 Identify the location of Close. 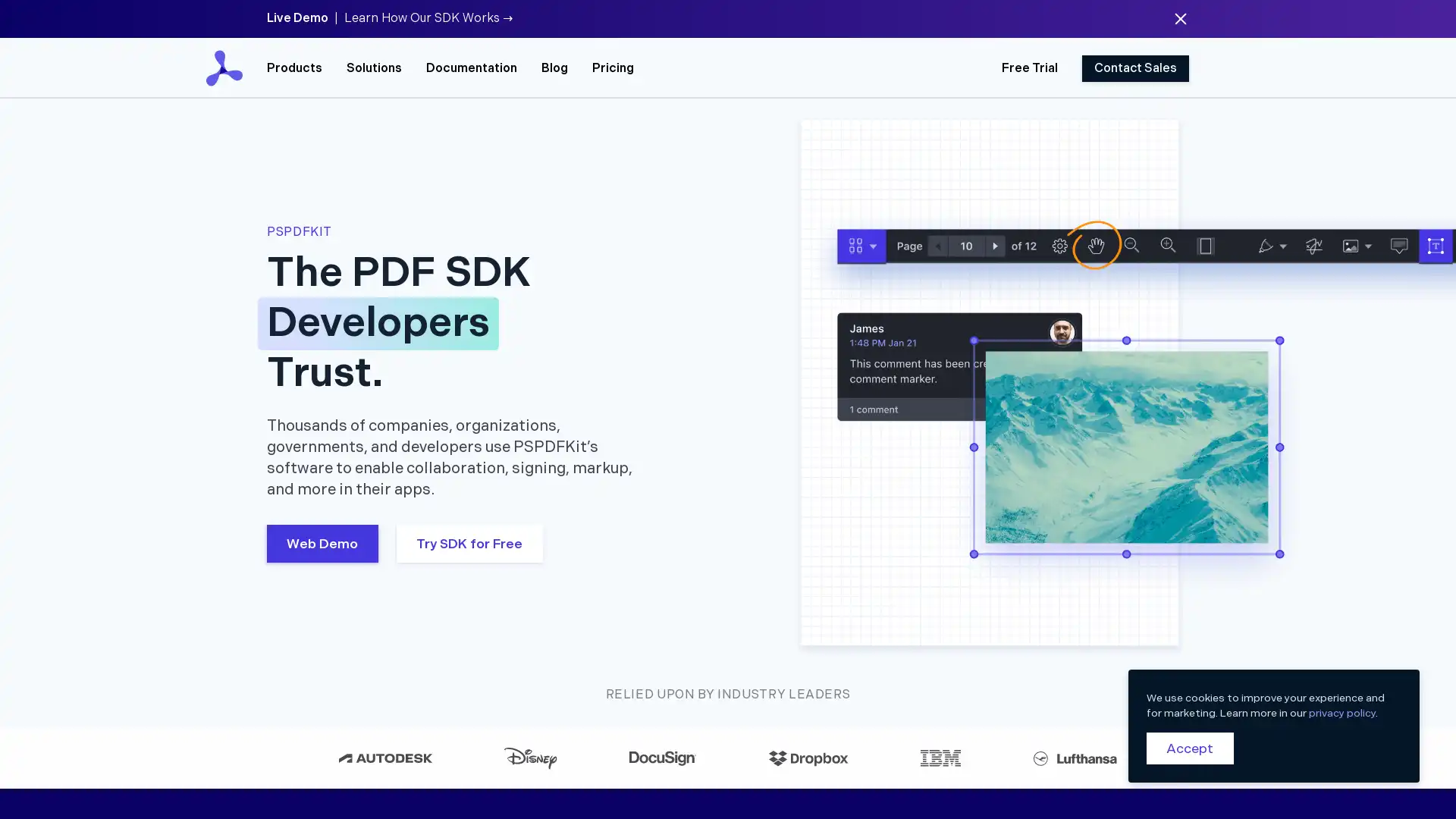
(1175, 73).